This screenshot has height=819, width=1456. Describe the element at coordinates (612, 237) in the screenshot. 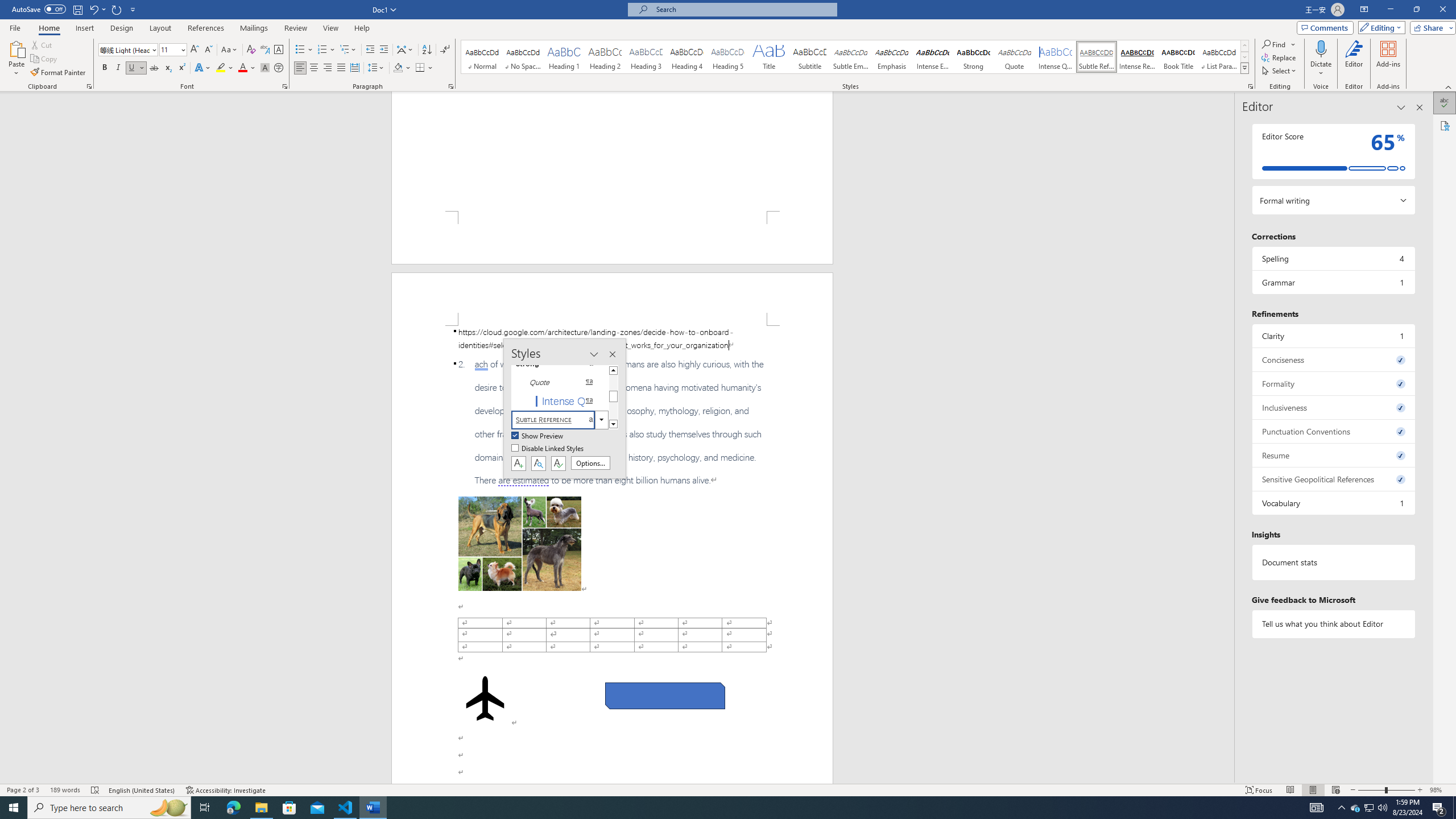

I see `'Footer -Section 1-'` at that location.